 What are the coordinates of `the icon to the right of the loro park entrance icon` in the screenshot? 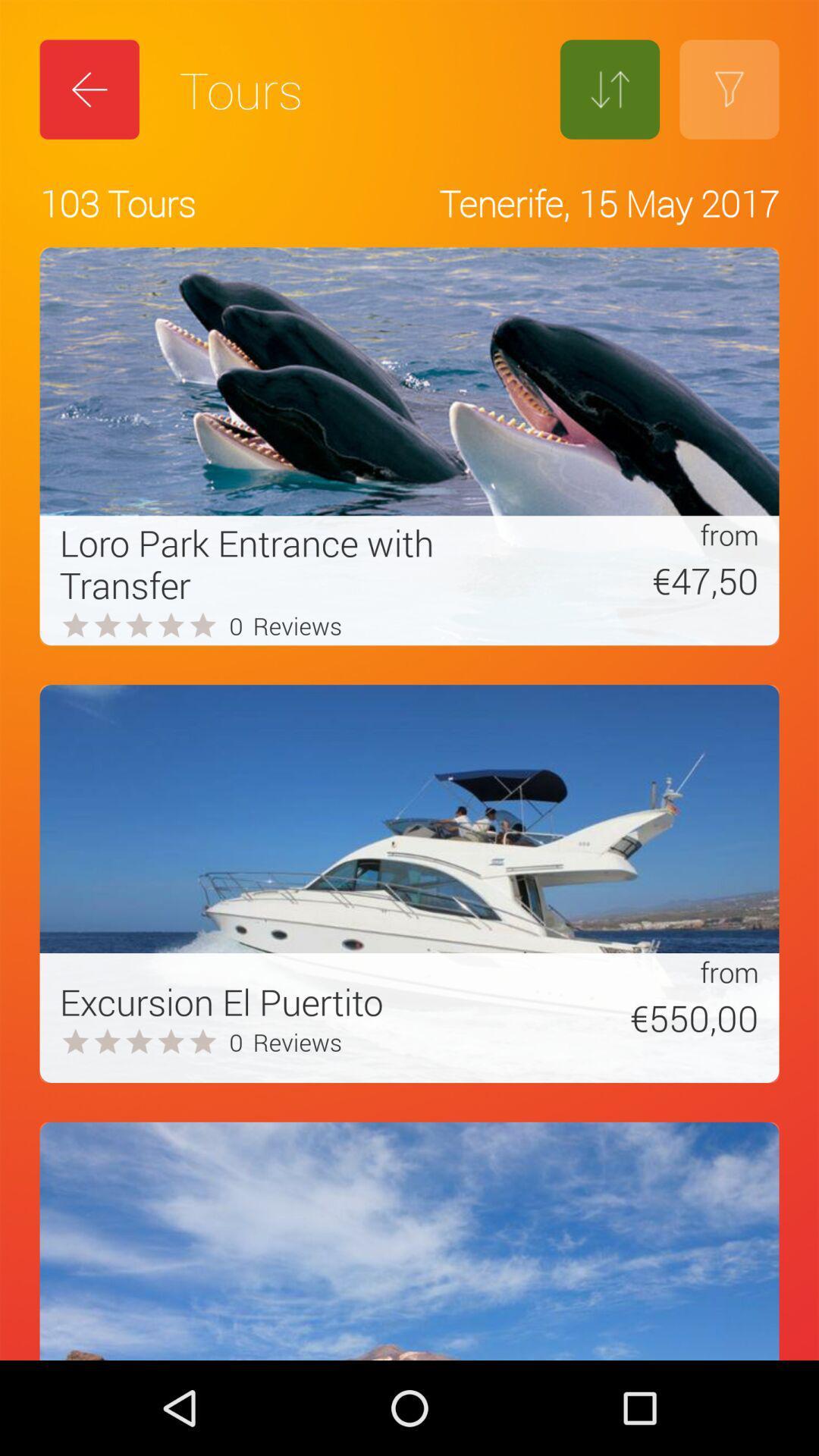 It's located at (632, 579).